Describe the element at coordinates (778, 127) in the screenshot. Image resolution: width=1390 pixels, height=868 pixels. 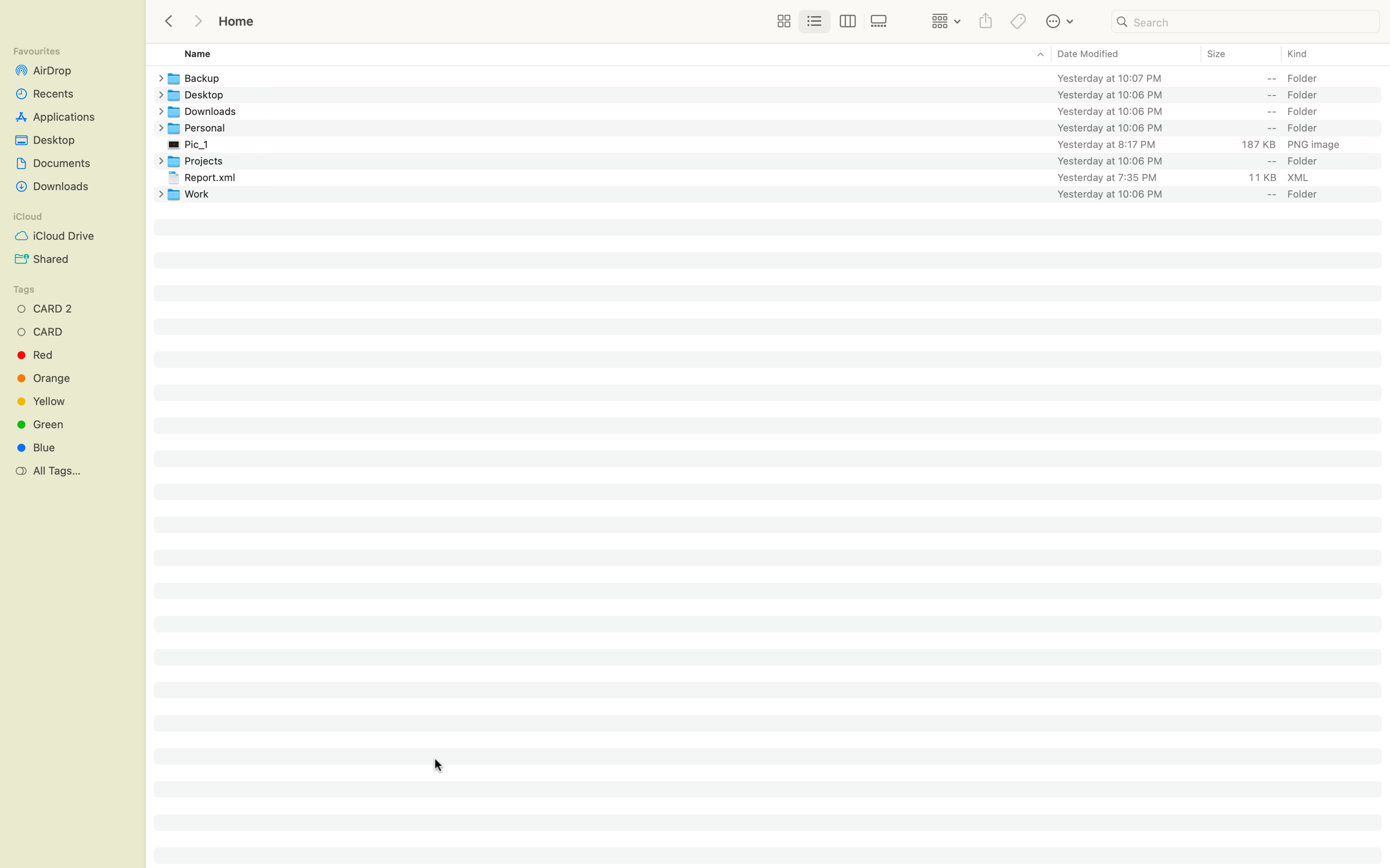
I see `the Personal directory and then return to the last opened folder` at that location.